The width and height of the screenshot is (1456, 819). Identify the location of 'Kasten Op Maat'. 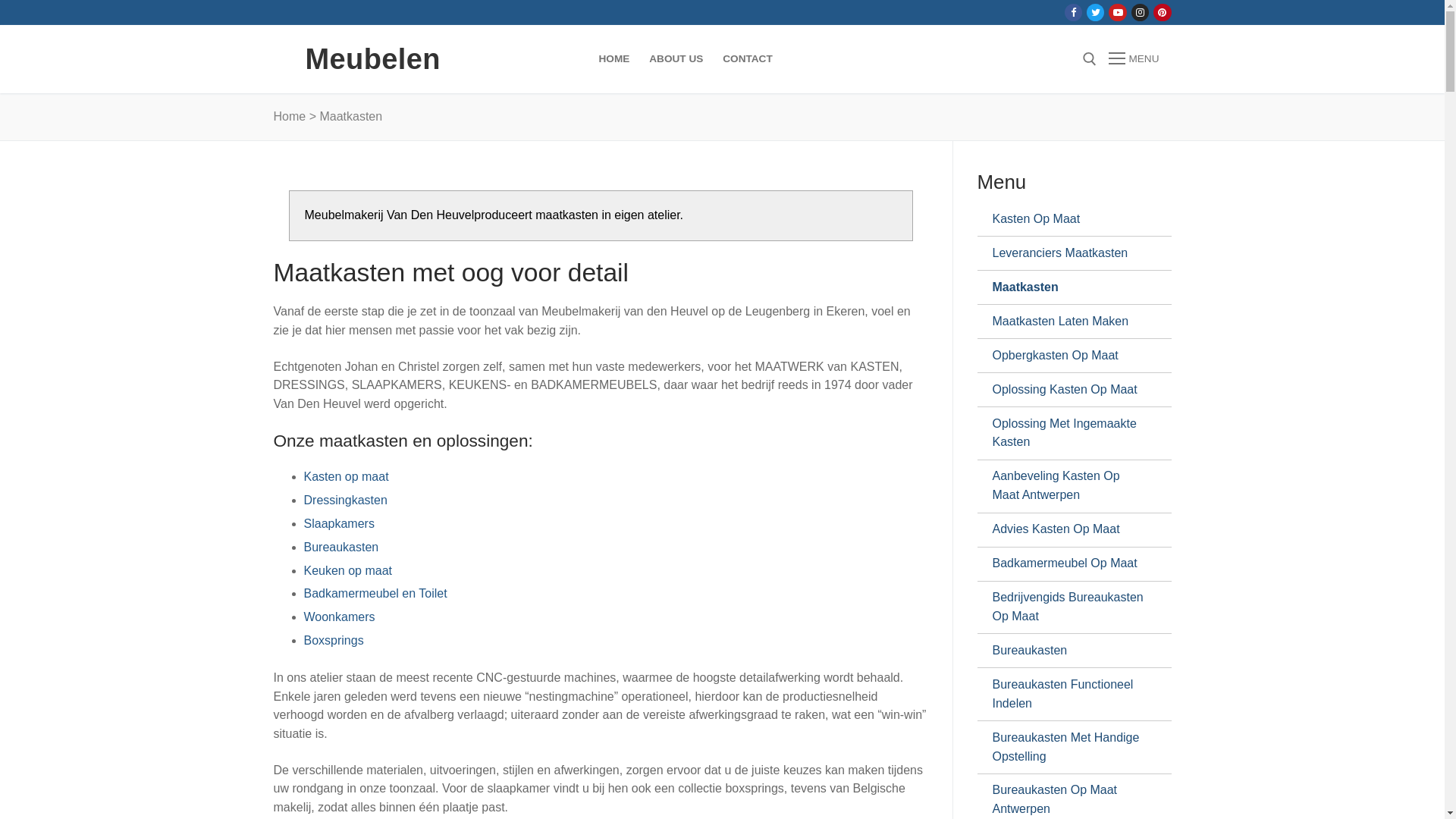
(992, 219).